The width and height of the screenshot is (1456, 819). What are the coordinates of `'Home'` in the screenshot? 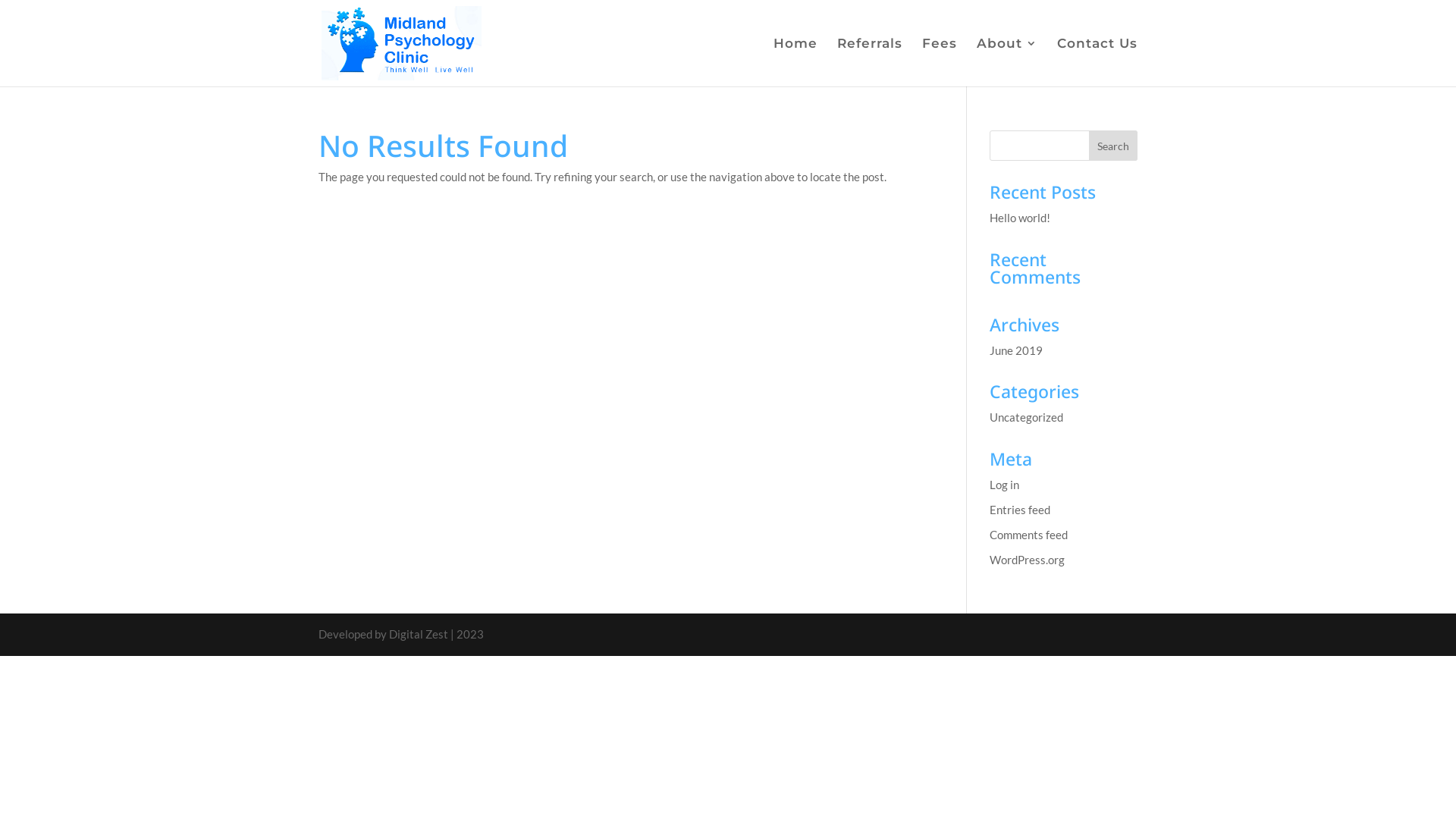 It's located at (773, 61).